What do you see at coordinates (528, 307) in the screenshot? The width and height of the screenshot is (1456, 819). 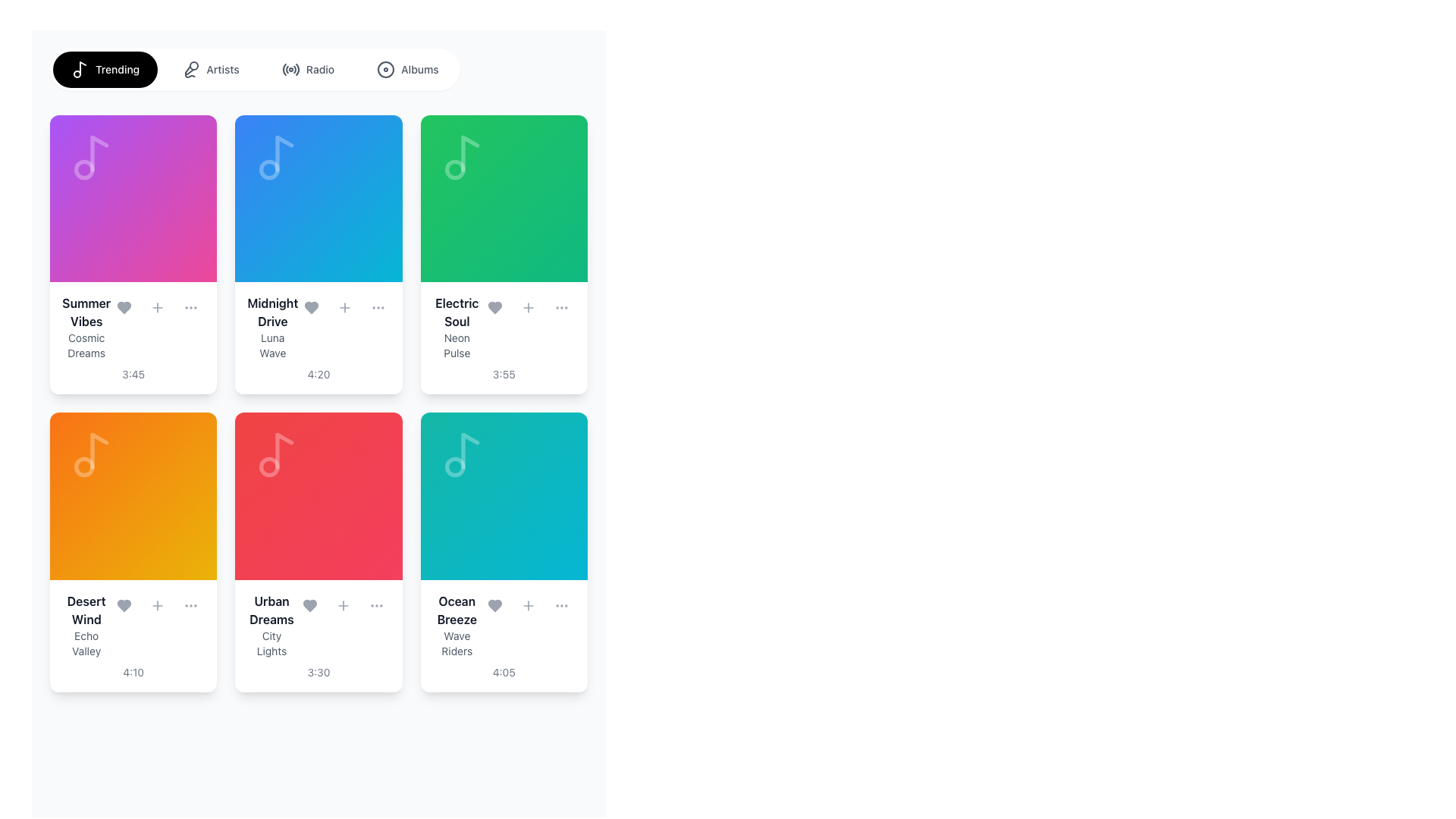 I see `the circular '+' button located between the heart icon button on the left and the ellipsis icon button on the right to observe the background color change to light gray` at bounding box center [528, 307].